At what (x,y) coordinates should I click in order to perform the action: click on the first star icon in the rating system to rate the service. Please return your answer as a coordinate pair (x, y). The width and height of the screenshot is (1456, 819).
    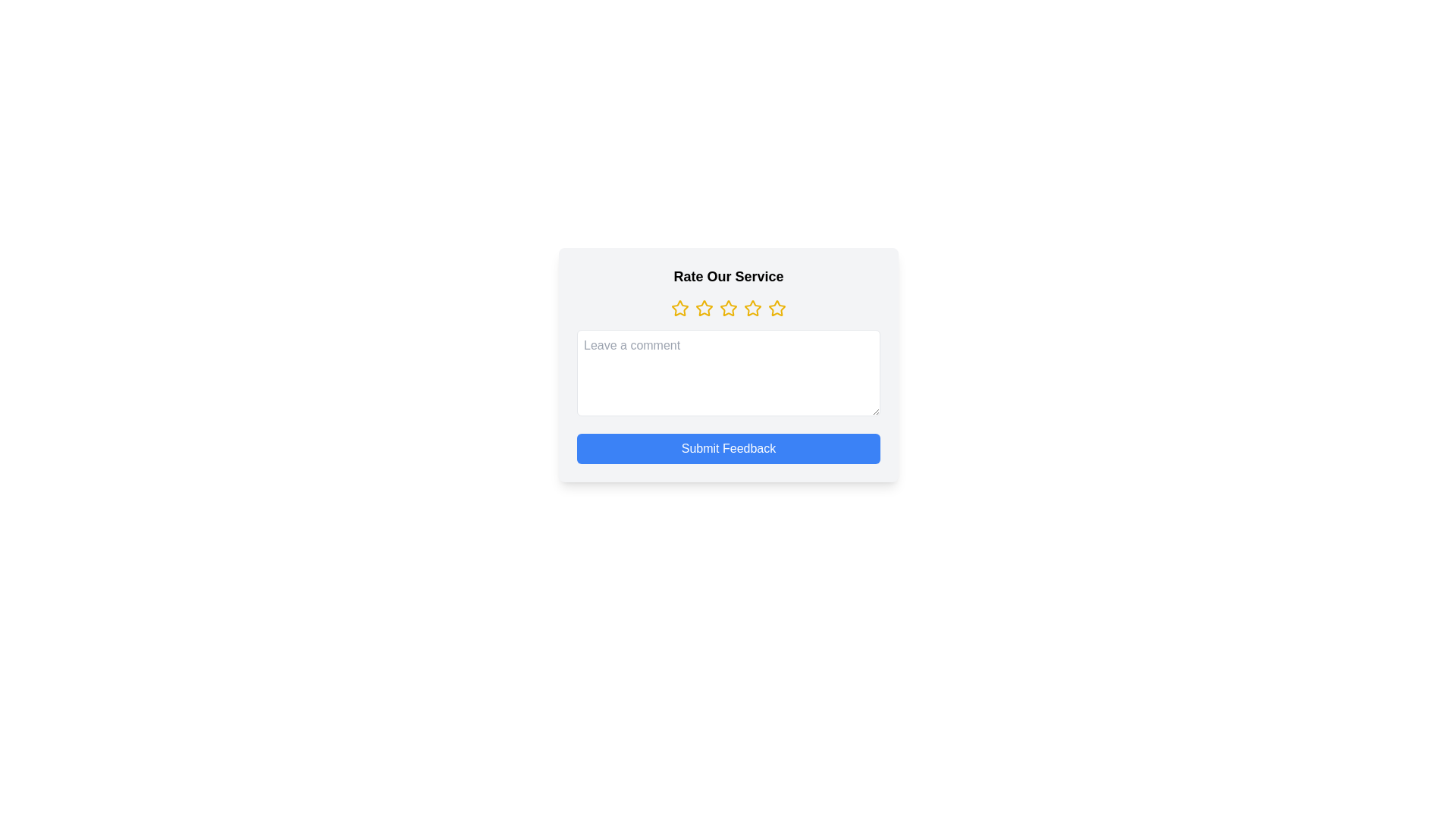
    Looking at the image, I should click on (679, 307).